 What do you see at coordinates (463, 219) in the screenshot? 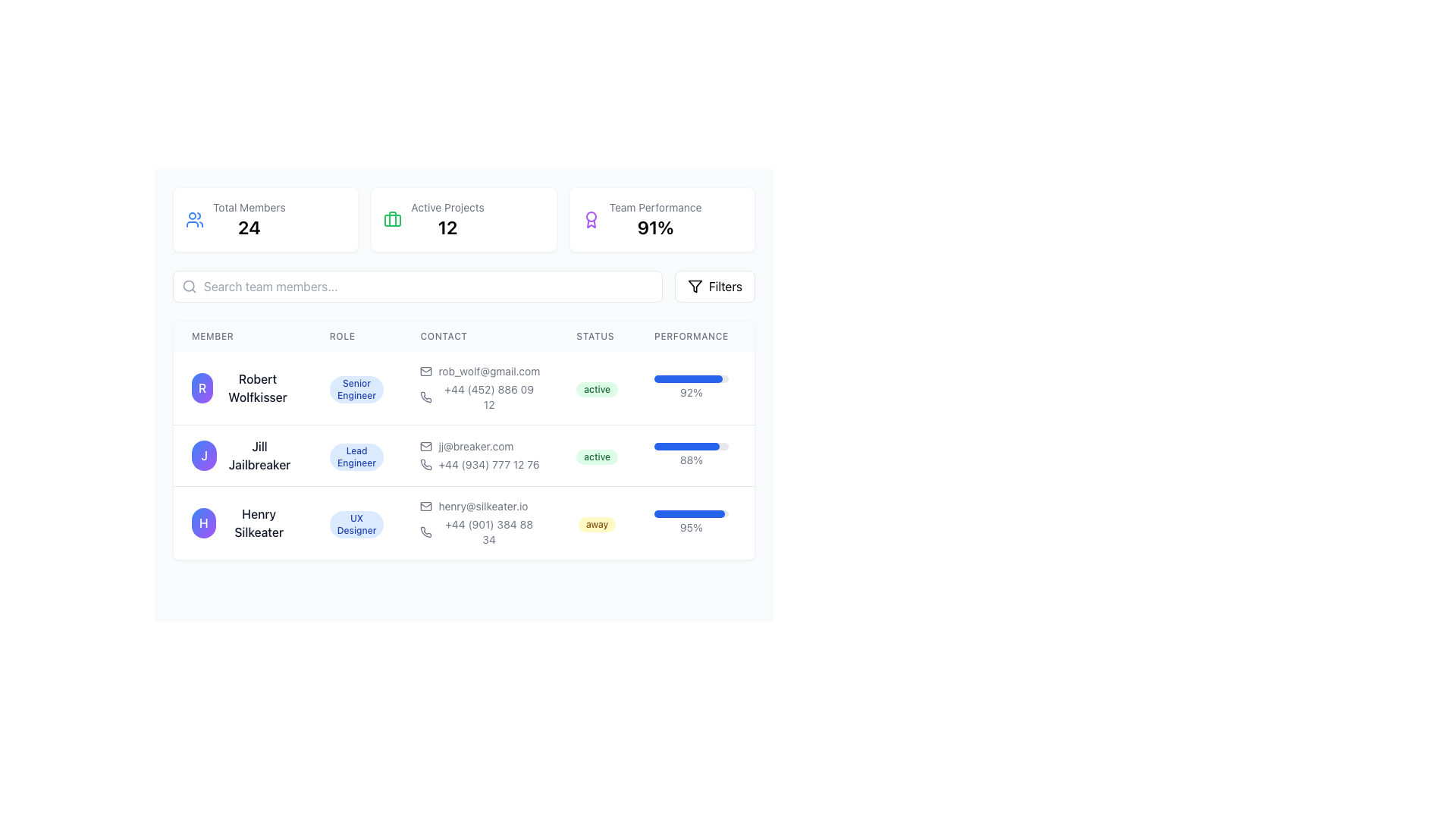
I see `the Information display panel that shows a briefcase icon, 'Active Projects' in small gray text, and '12' in bold large text, located centrally between 'Total Members' and 'Team Performance'` at bounding box center [463, 219].